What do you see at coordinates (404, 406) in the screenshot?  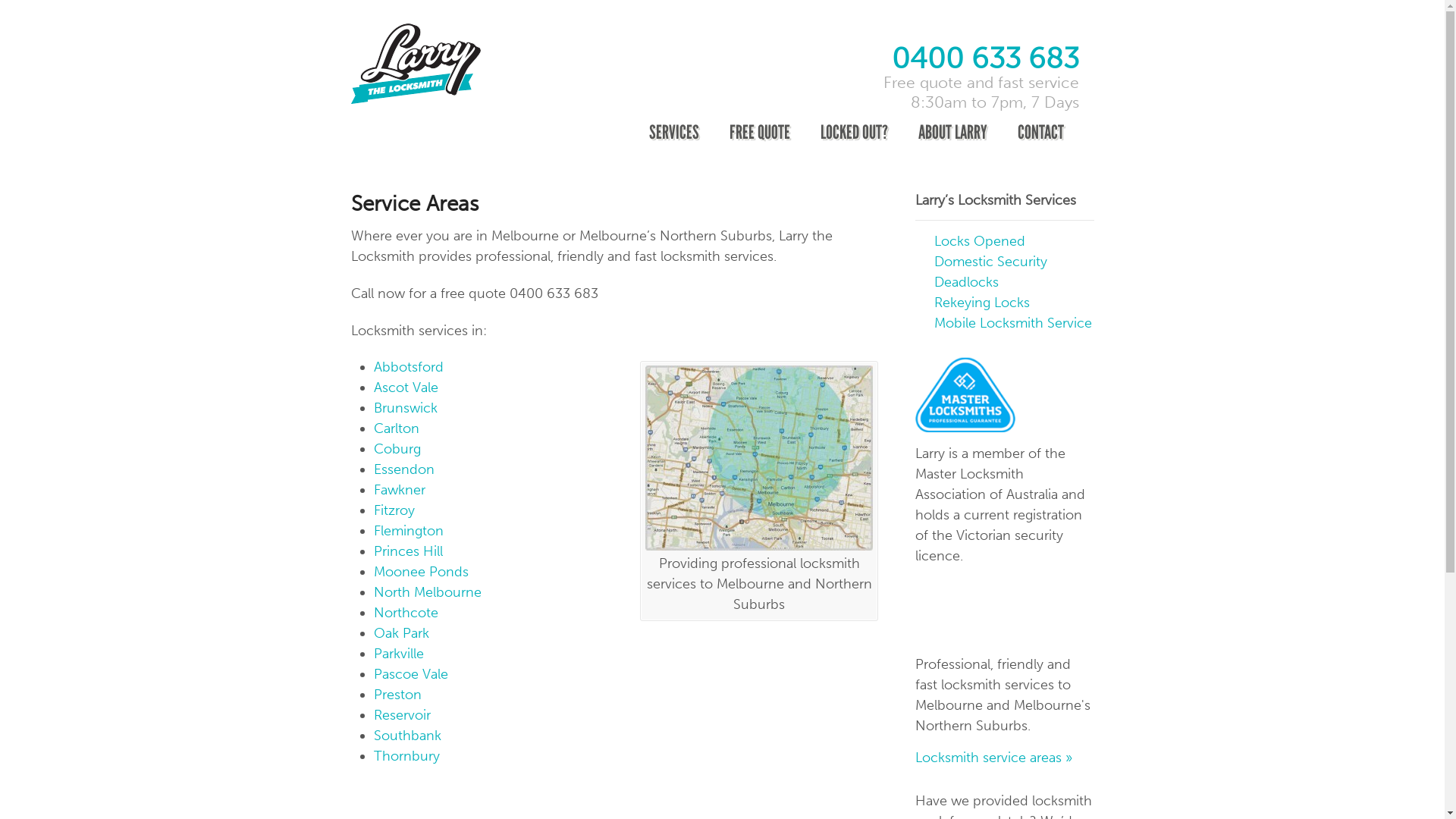 I see `'Brunswick'` at bounding box center [404, 406].